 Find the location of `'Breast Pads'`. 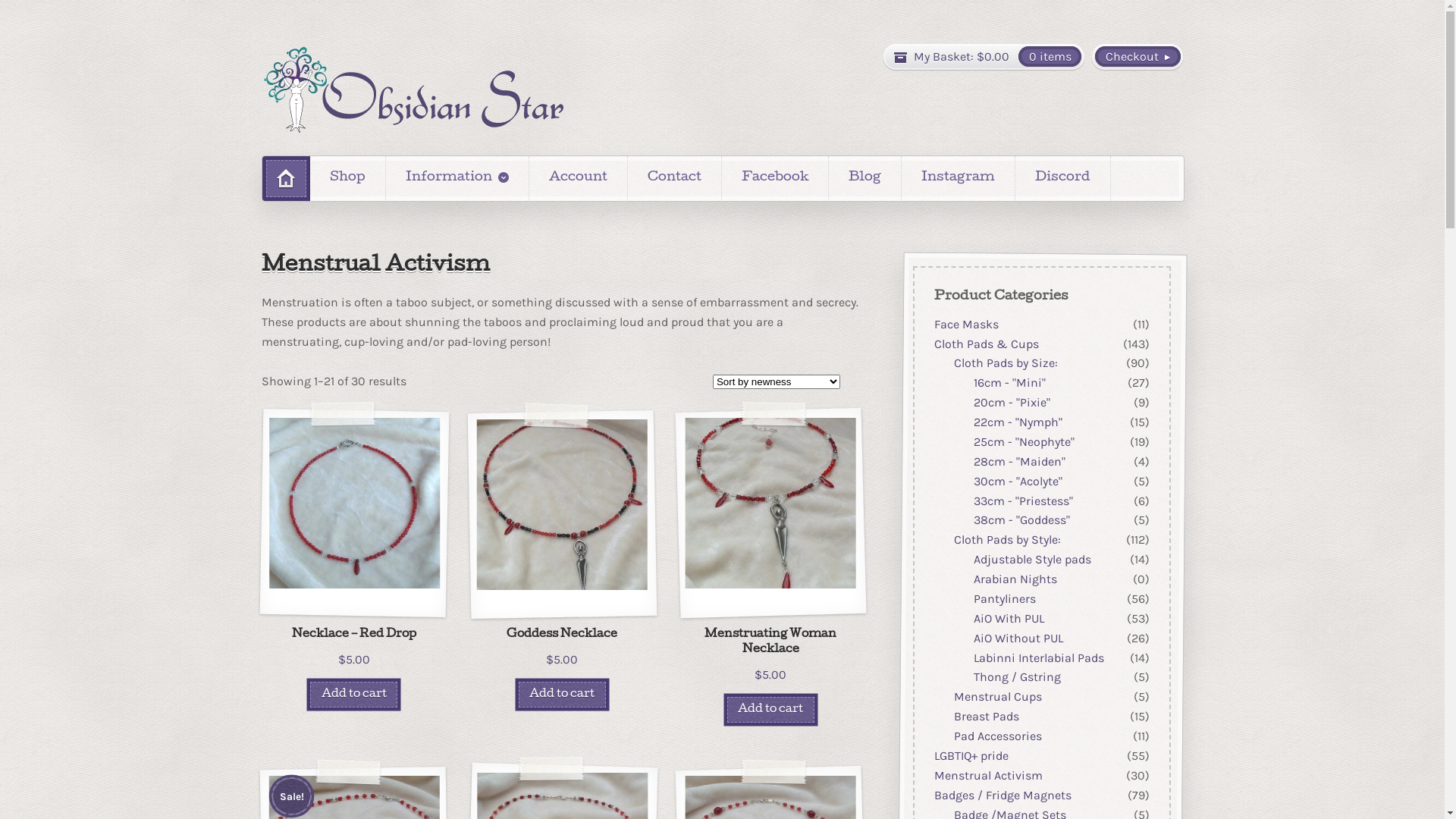

'Breast Pads' is located at coordinates (986, 716).